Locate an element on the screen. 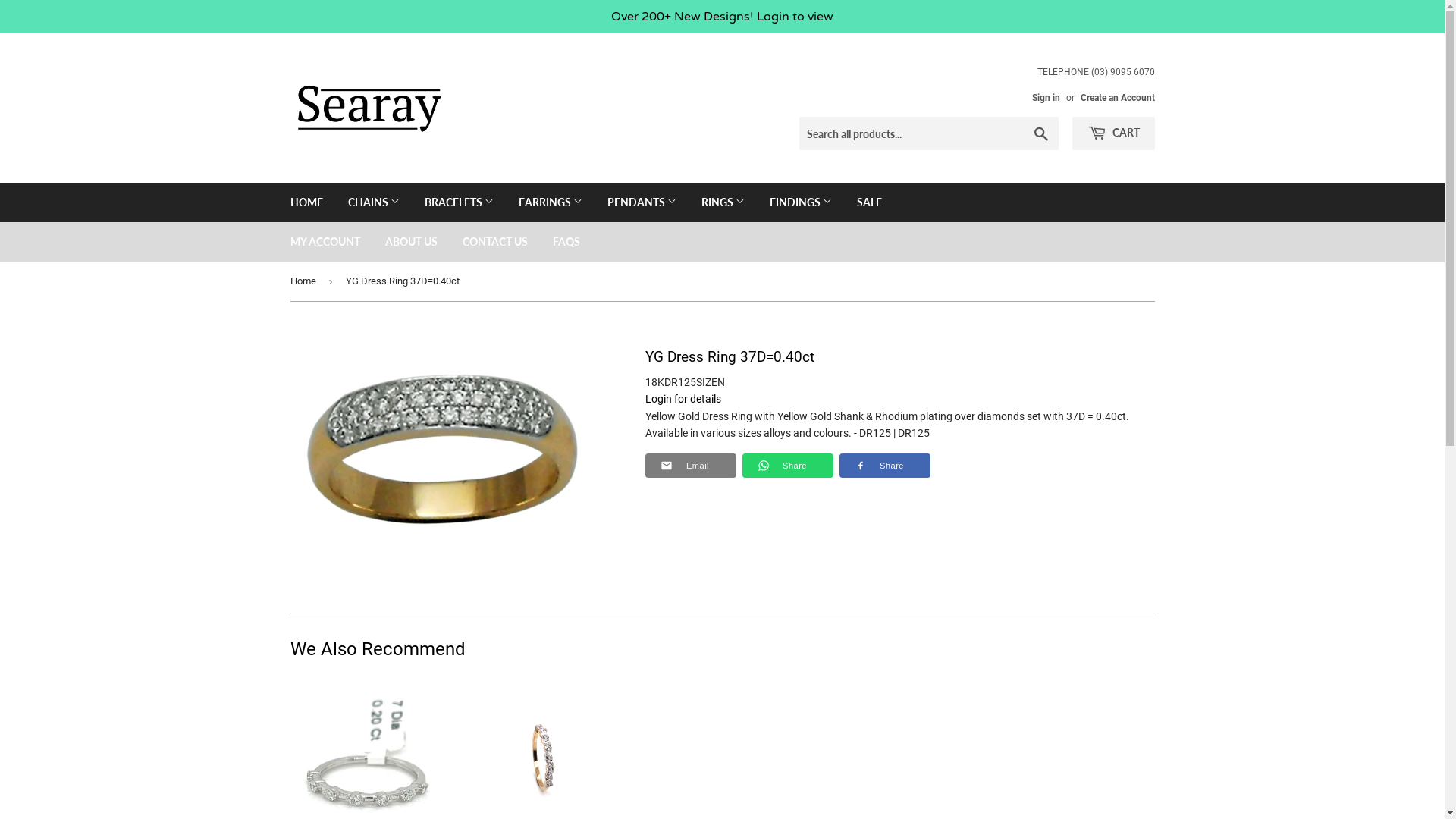  'Home' is located at coordinates (304, 281).